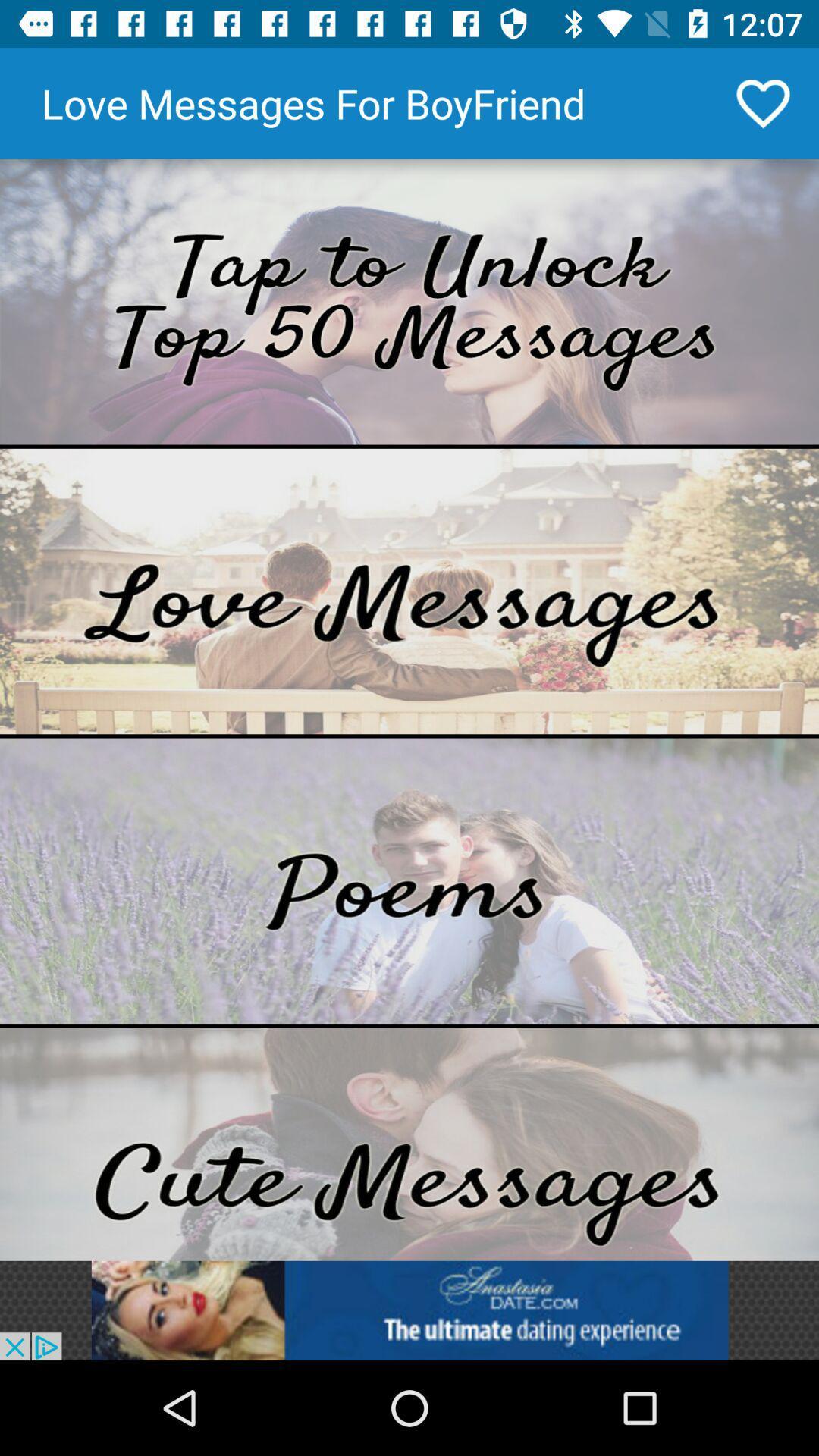 The height and width of the screenshot is (1456, 819). Describe the element at coordinates (409, 880) in the screenshot. I see `poems` at that location.